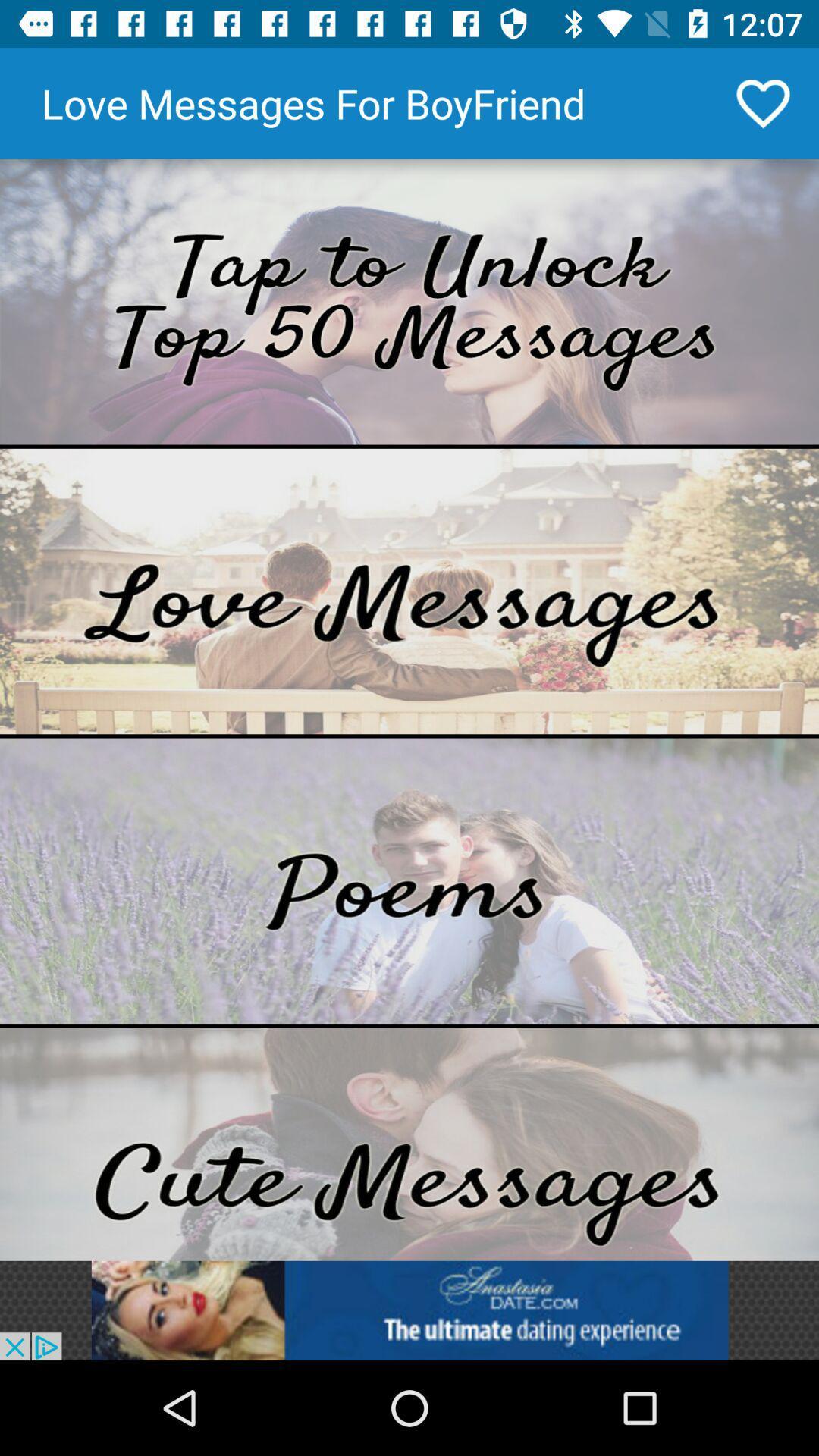 The height and width of the screenshot is (1456, 819). Describe the element at coordinates (409, 880) in the screenshot. I see `poems` at that location.